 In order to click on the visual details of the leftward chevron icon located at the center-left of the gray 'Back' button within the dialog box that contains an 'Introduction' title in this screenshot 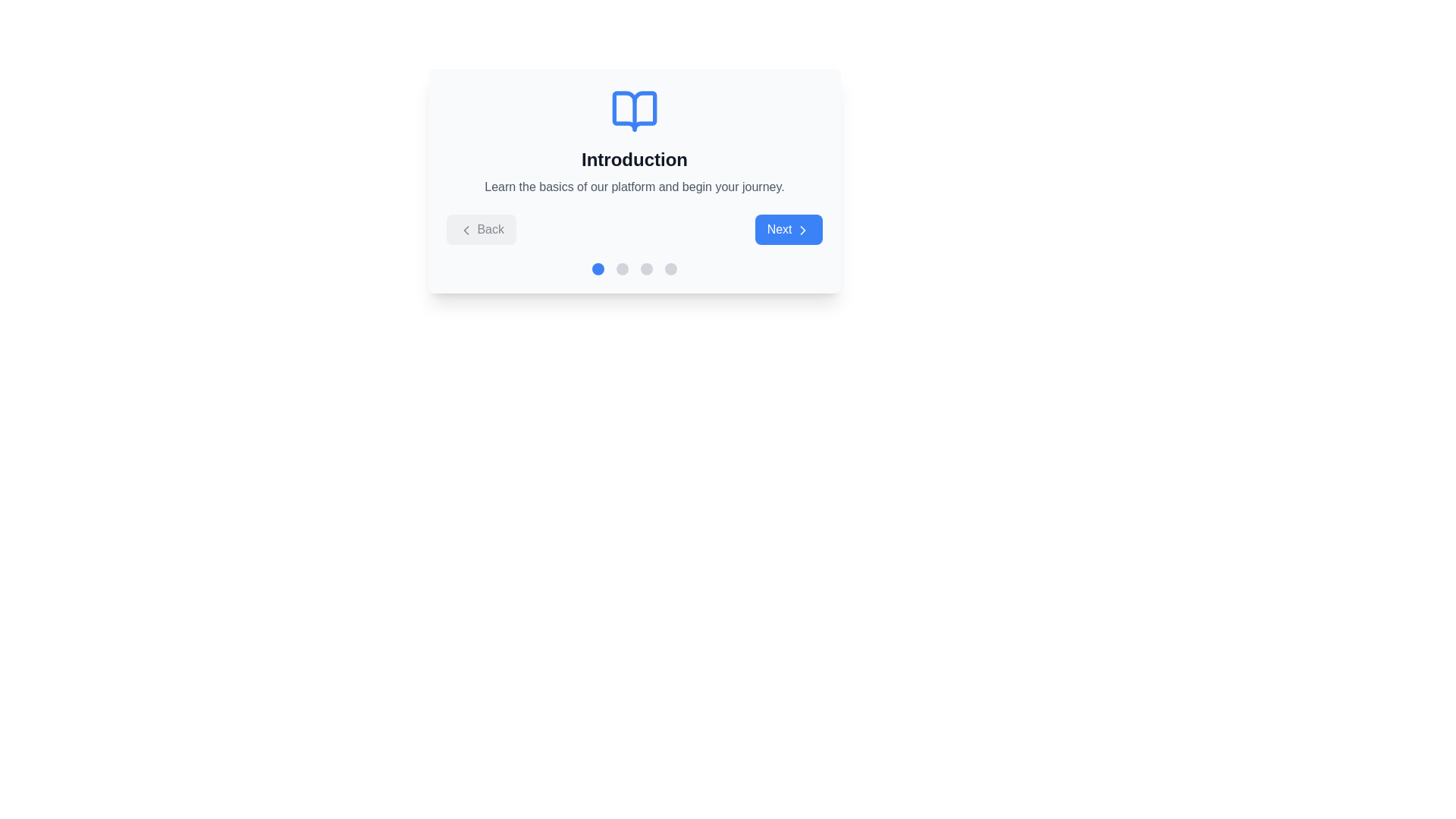, I will do `click(465, 230)`.